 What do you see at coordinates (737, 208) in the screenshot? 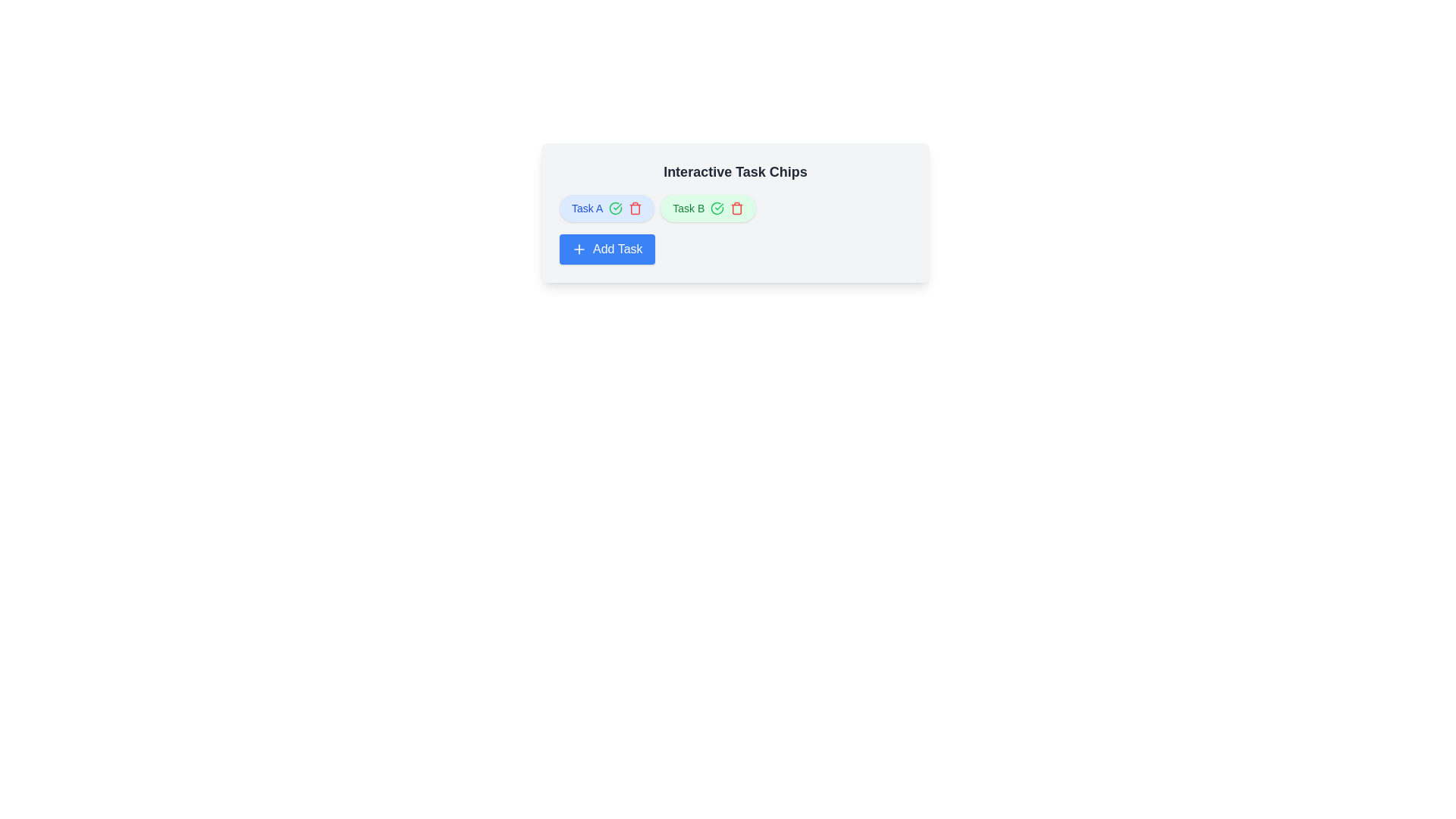
I see `the red trash icon delete button, which is aligned to the far right of the 'Task B' chip, to observe the styling change indicating interactivity` at bounding box center [737, 208].